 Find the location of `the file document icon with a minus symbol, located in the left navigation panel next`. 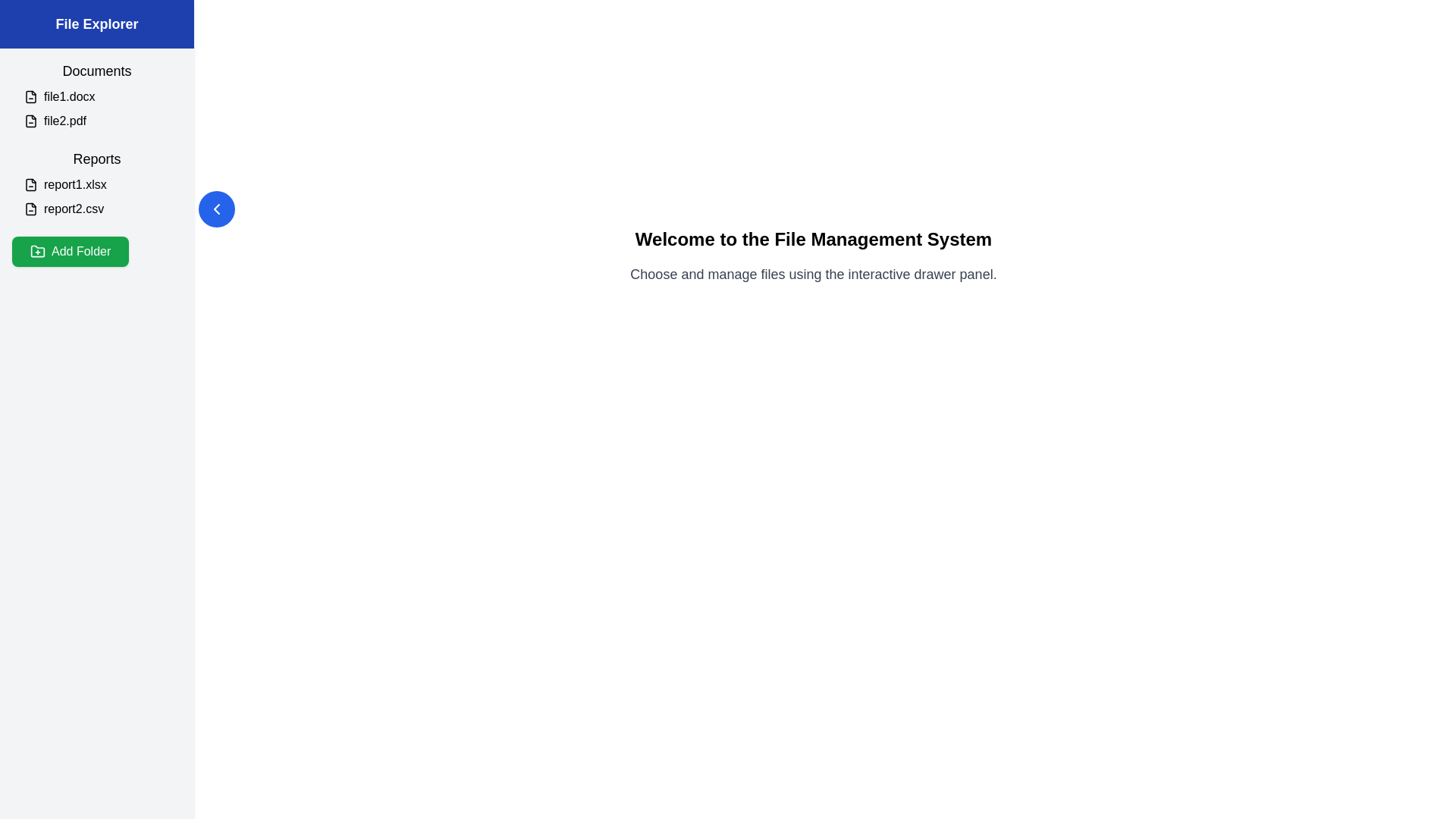

the file document icon with a minus symbol, located in the left navigation panel next is located at coordinates (31, 96).